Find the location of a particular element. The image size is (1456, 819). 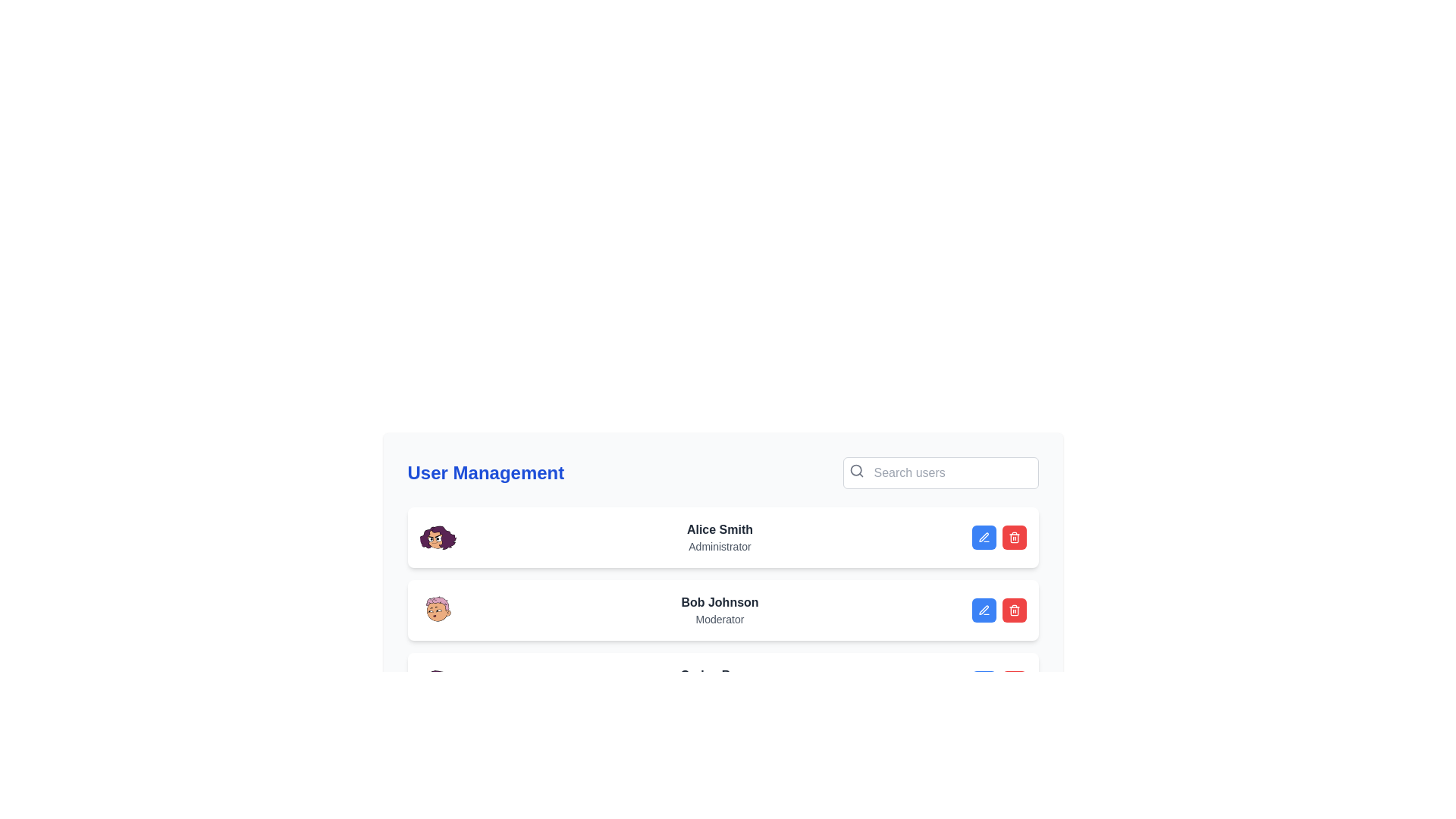

the small gray text label element that displays the word 'administrator', located directly below 'Alice Smith' in the User Management section is located at coordinates (719, 547).